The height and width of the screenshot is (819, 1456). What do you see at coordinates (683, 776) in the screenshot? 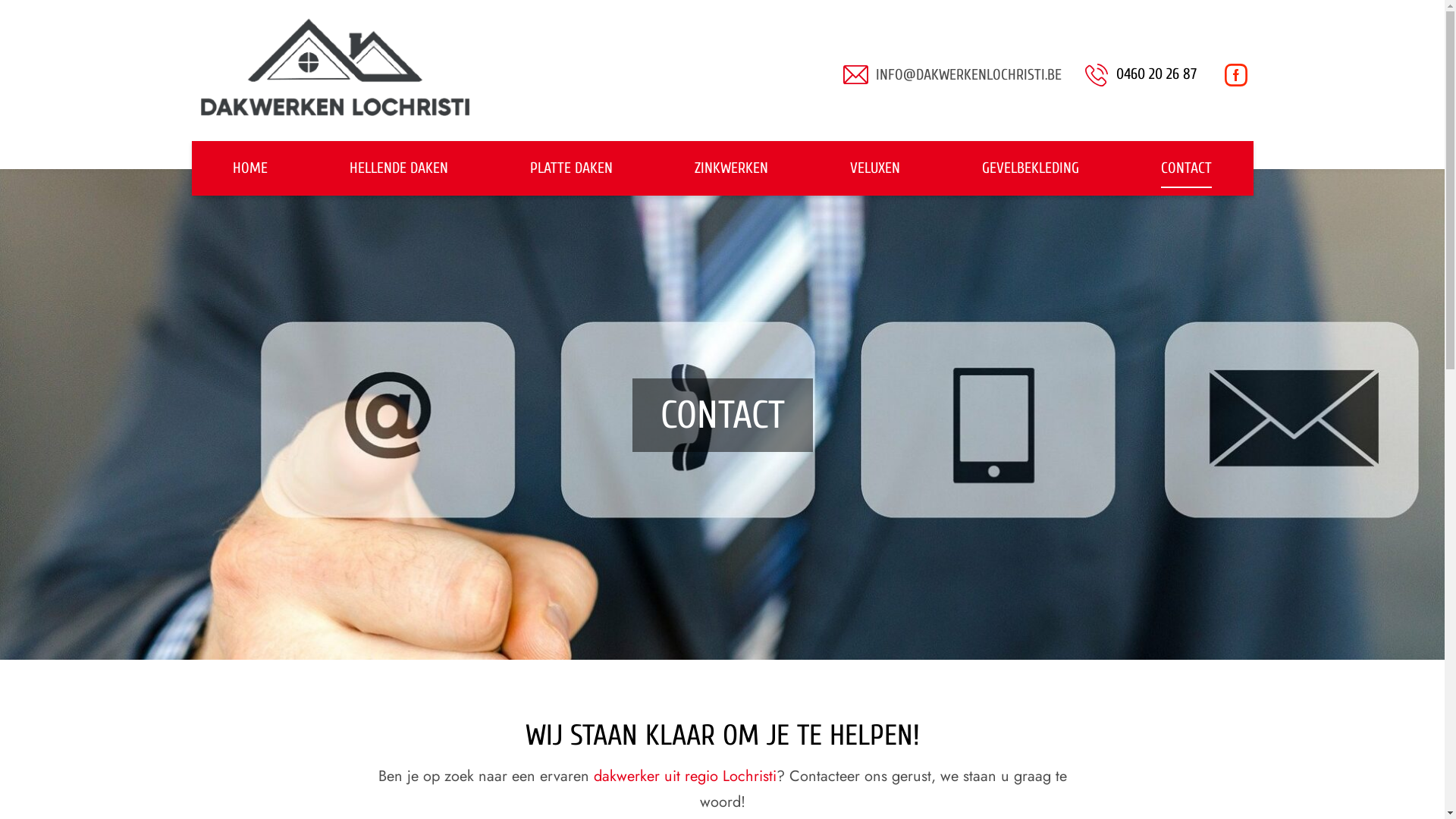
I see `'dakwerker uit regio Lochristi'` at bounding box center [683, 776].